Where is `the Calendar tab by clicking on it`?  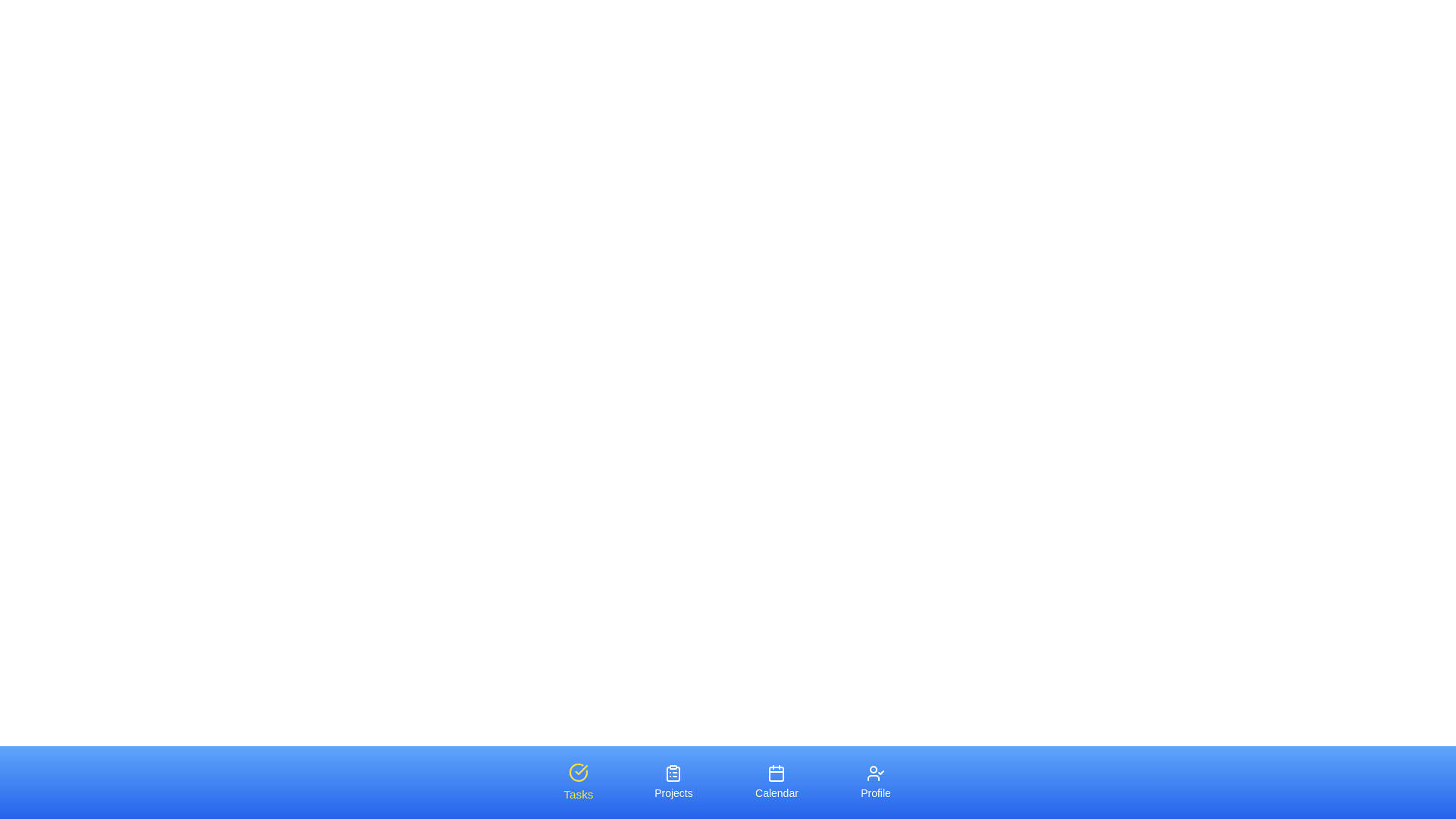
the Calendar tab by clicking on it is located at coordinates (776, 783).